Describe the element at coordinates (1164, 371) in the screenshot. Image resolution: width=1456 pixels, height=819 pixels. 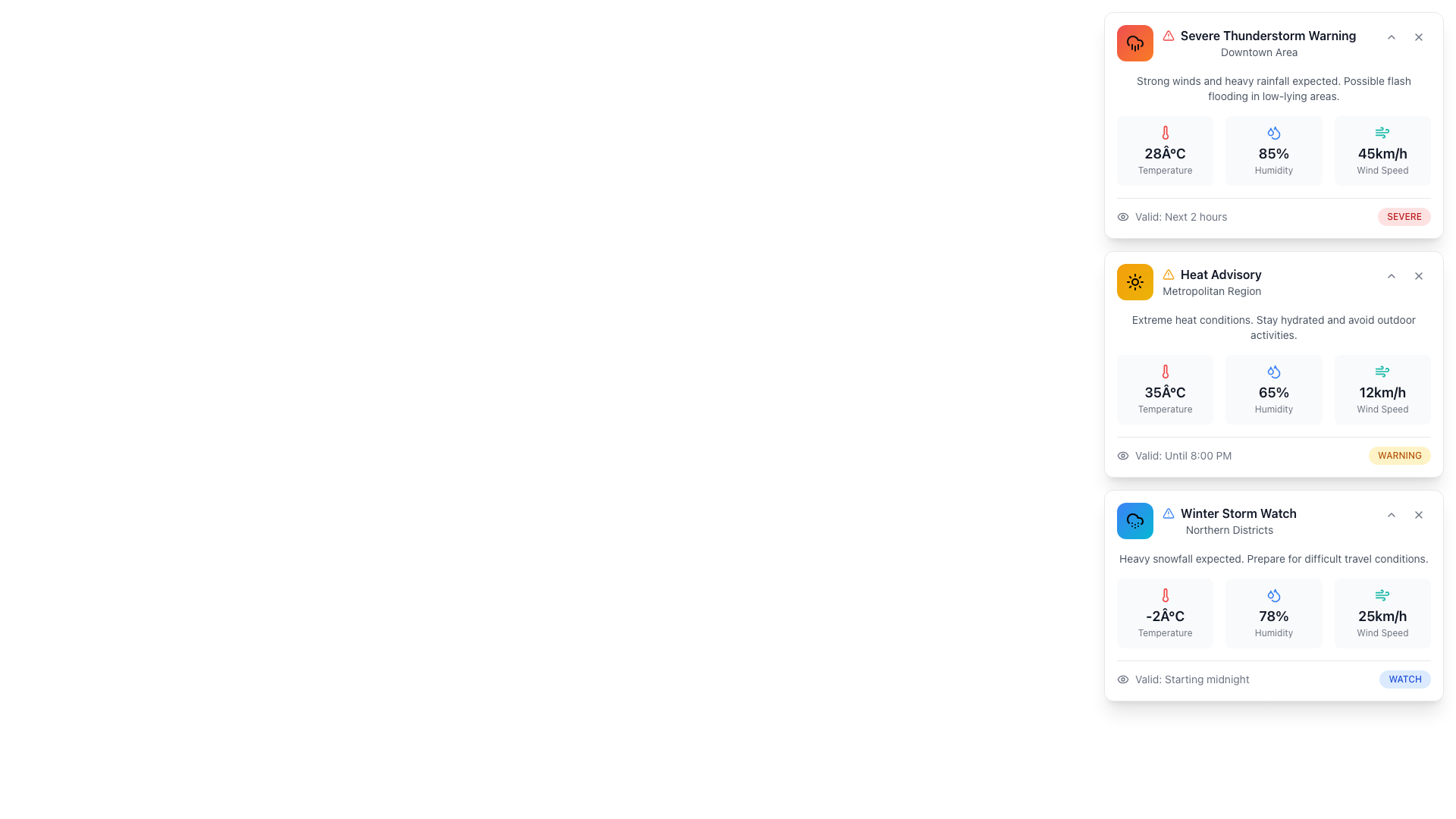
I see `the temperature icon located within the 'Heat Advisory' card, which is positioned above the numerical temperature display of 35°C` at that location.